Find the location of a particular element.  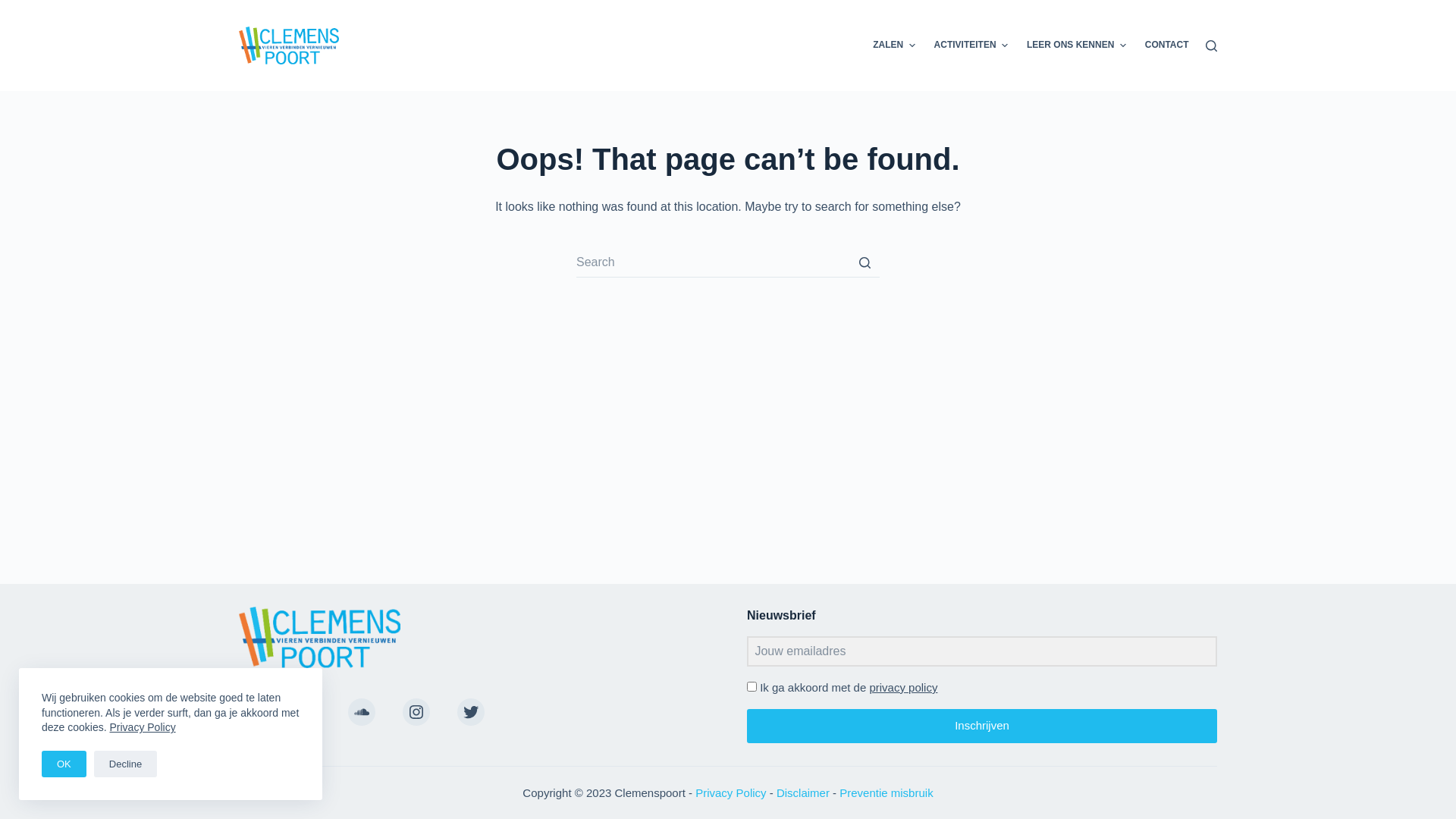

'Privacy Policy' is located at coordinates (142, 726).